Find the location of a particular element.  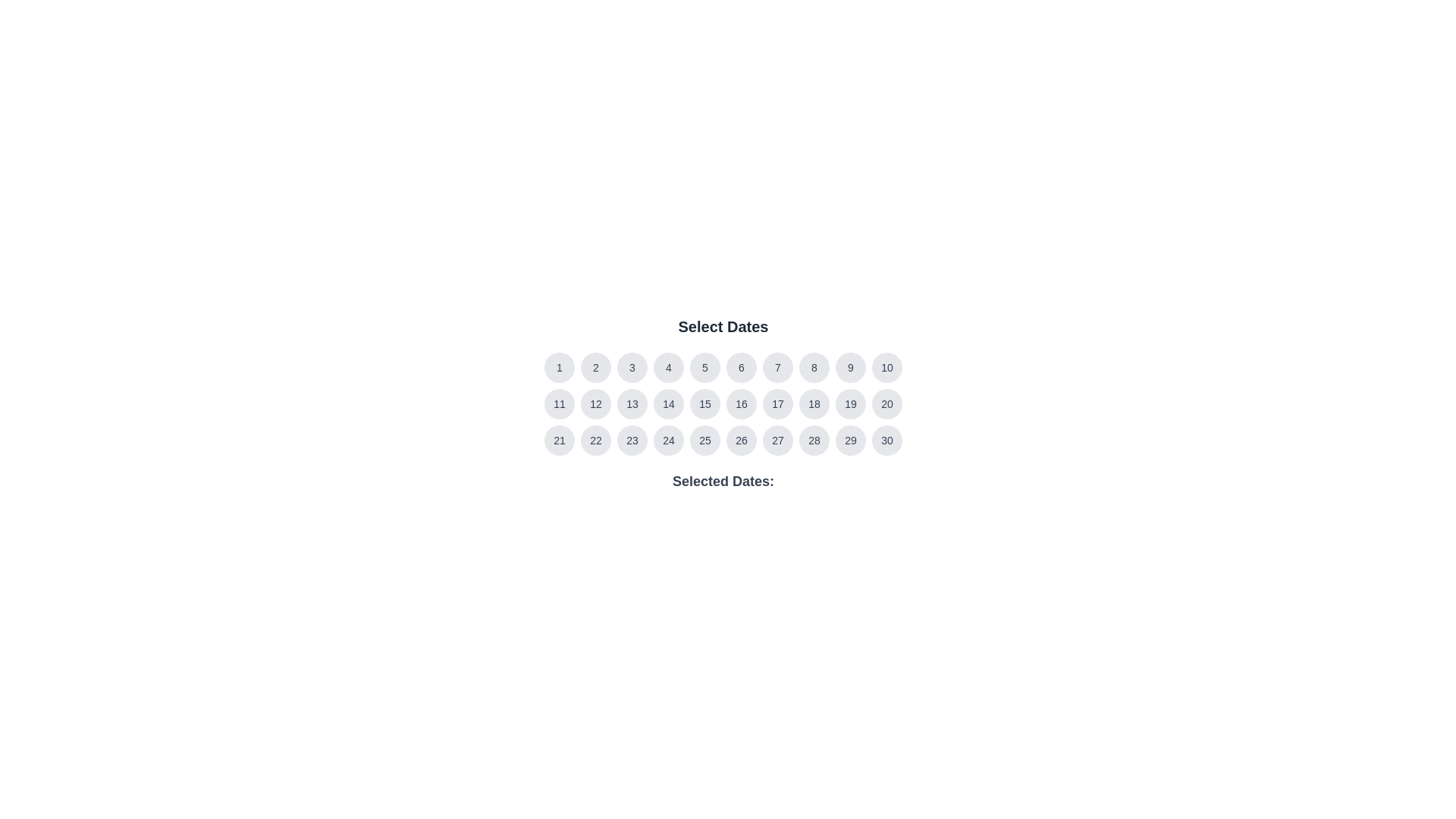

the interactive button for selecting the date '17', which is the 7th item in the third row of a grid of circular buttons is located at coordinates (778, 403).